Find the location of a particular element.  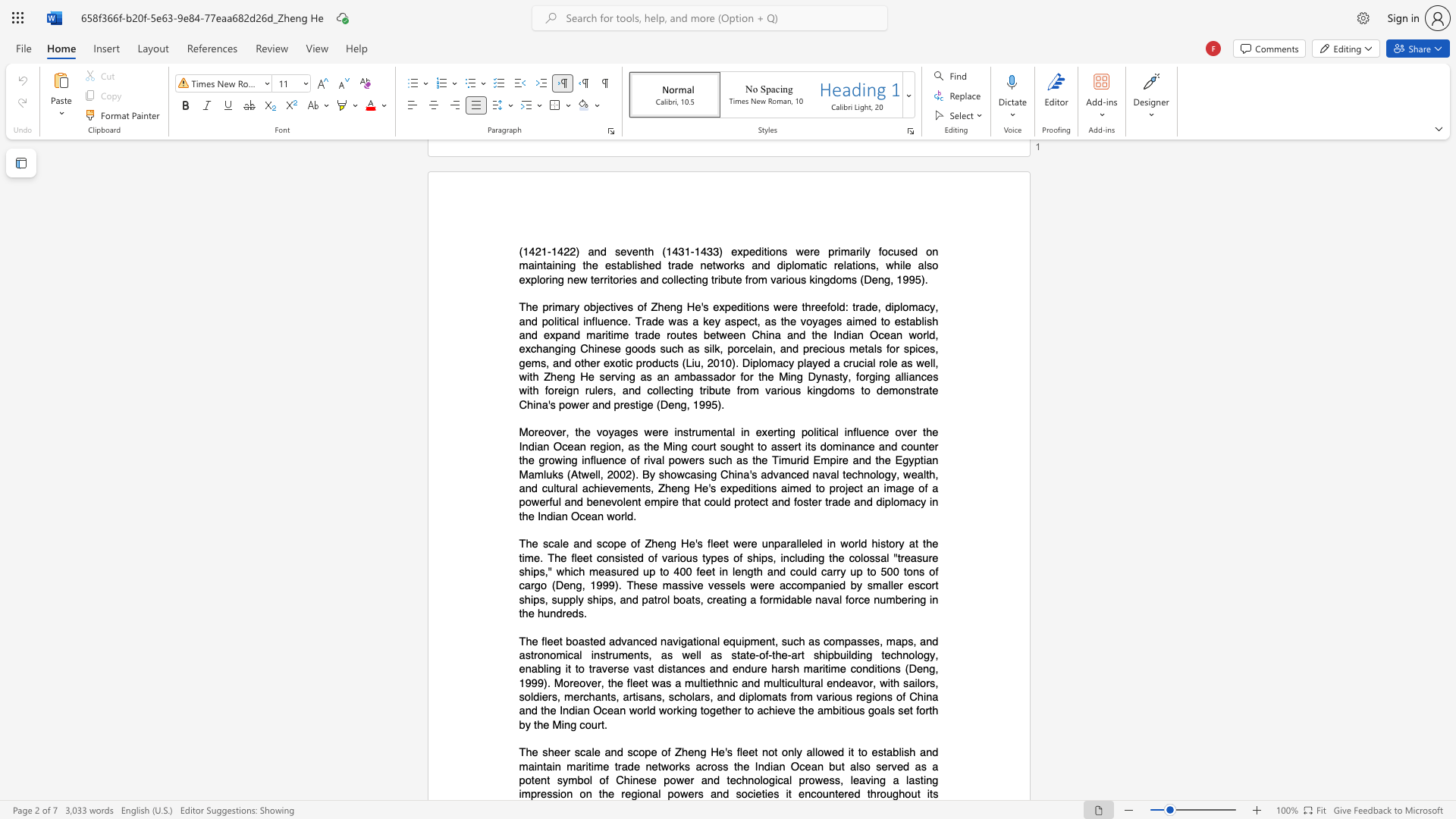

the space between the continuous character "s" and "i" in the text is located at coordinates (556, 793).